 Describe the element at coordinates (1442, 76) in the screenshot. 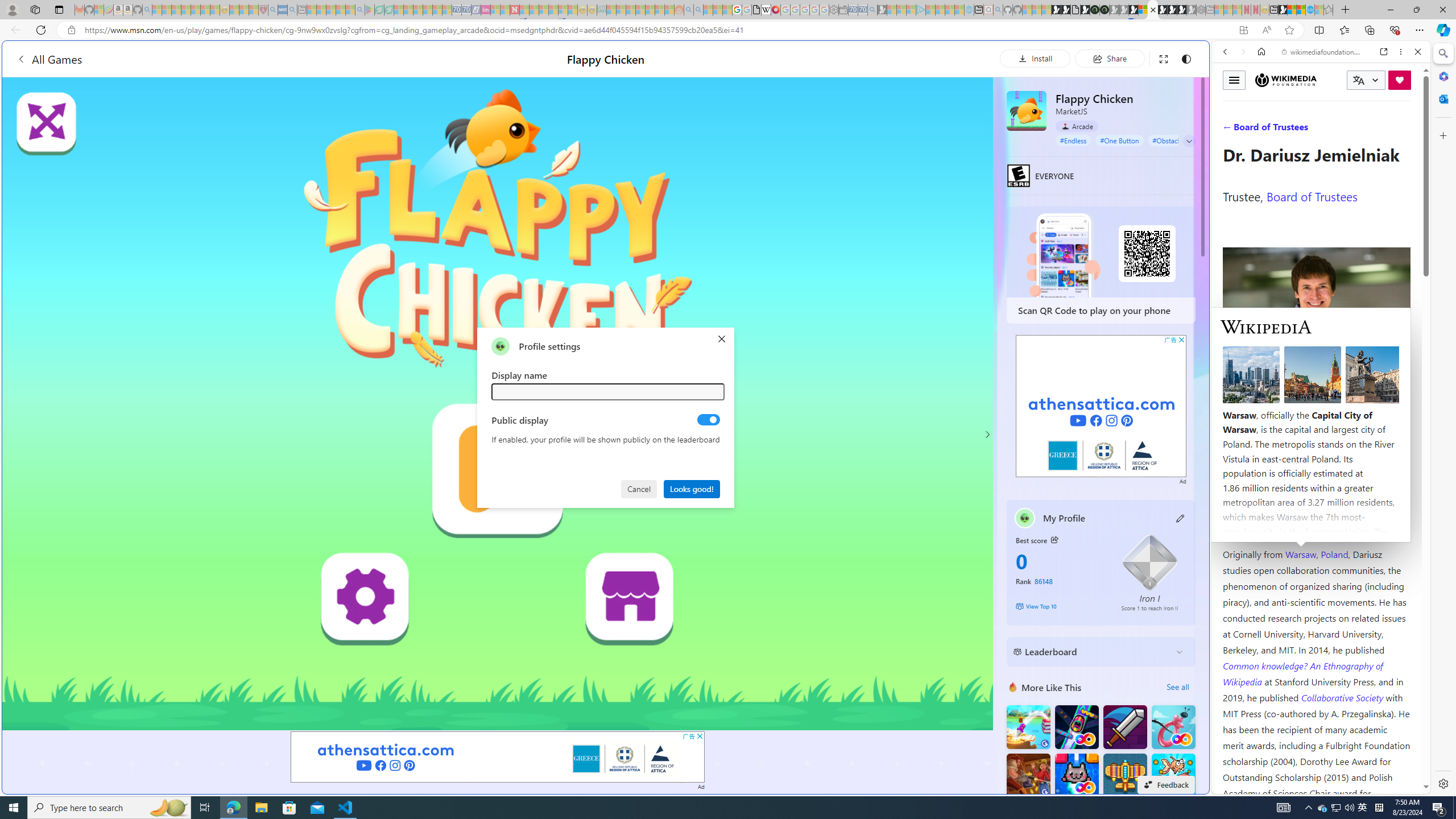

I see `'Microsoft 365'` at that location.